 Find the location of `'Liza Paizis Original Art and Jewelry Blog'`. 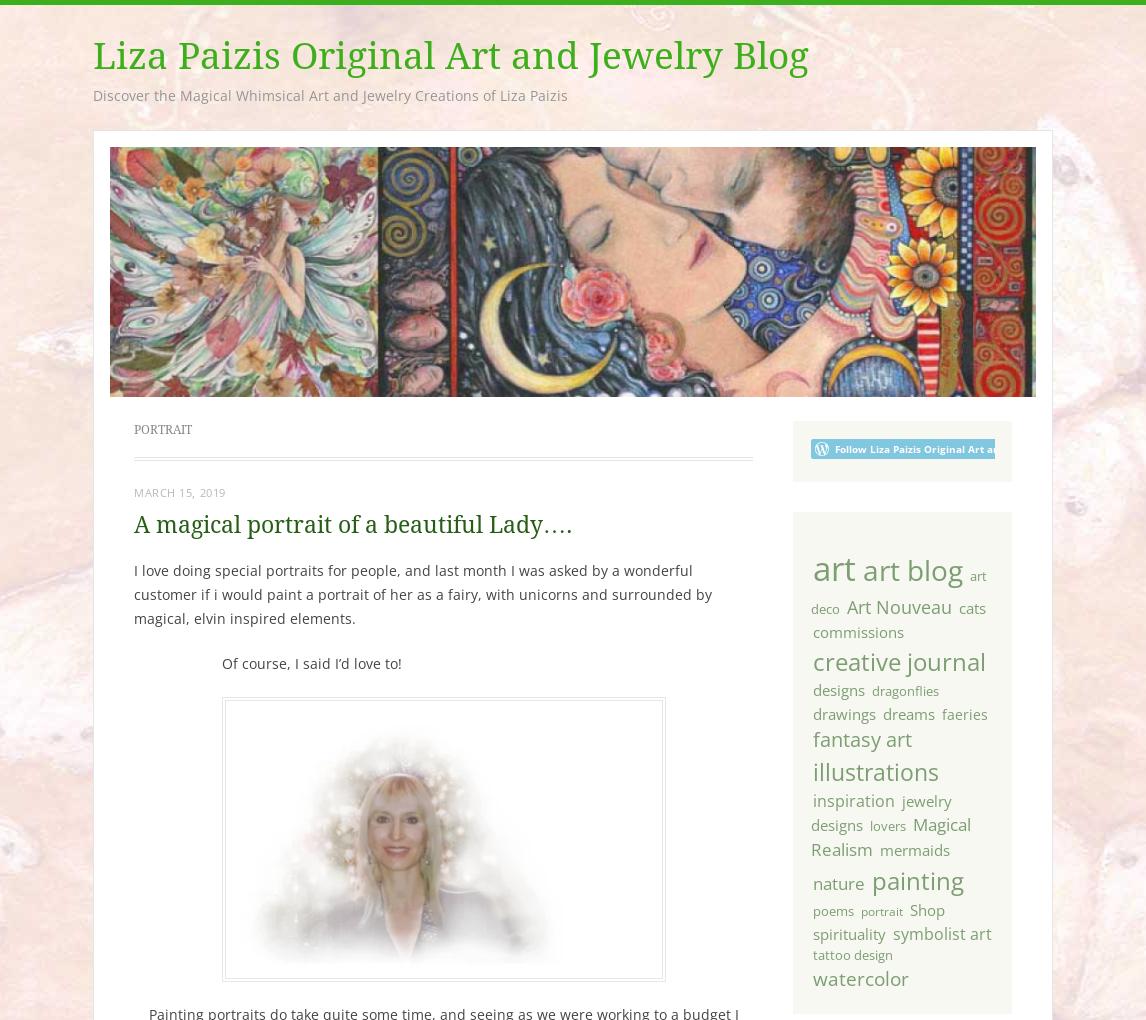

'Liza Paizis Original Art and Jewelry Blog' is located at coordinates (449, 56).